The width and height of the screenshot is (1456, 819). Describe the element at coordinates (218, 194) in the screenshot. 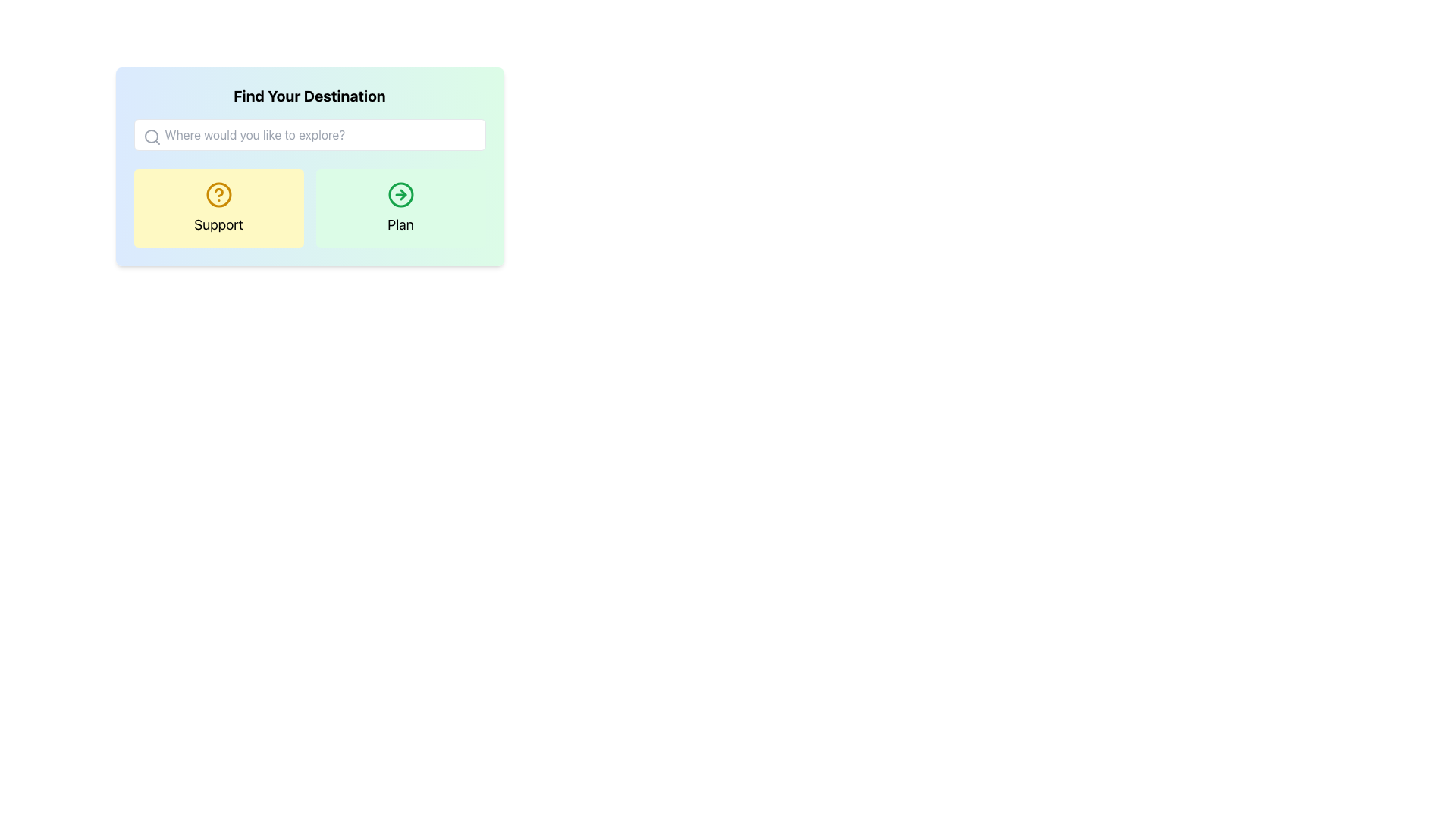

I see `the SVG Circle element styled as part of the 'Help' icon within the 'Support' button` at that location.